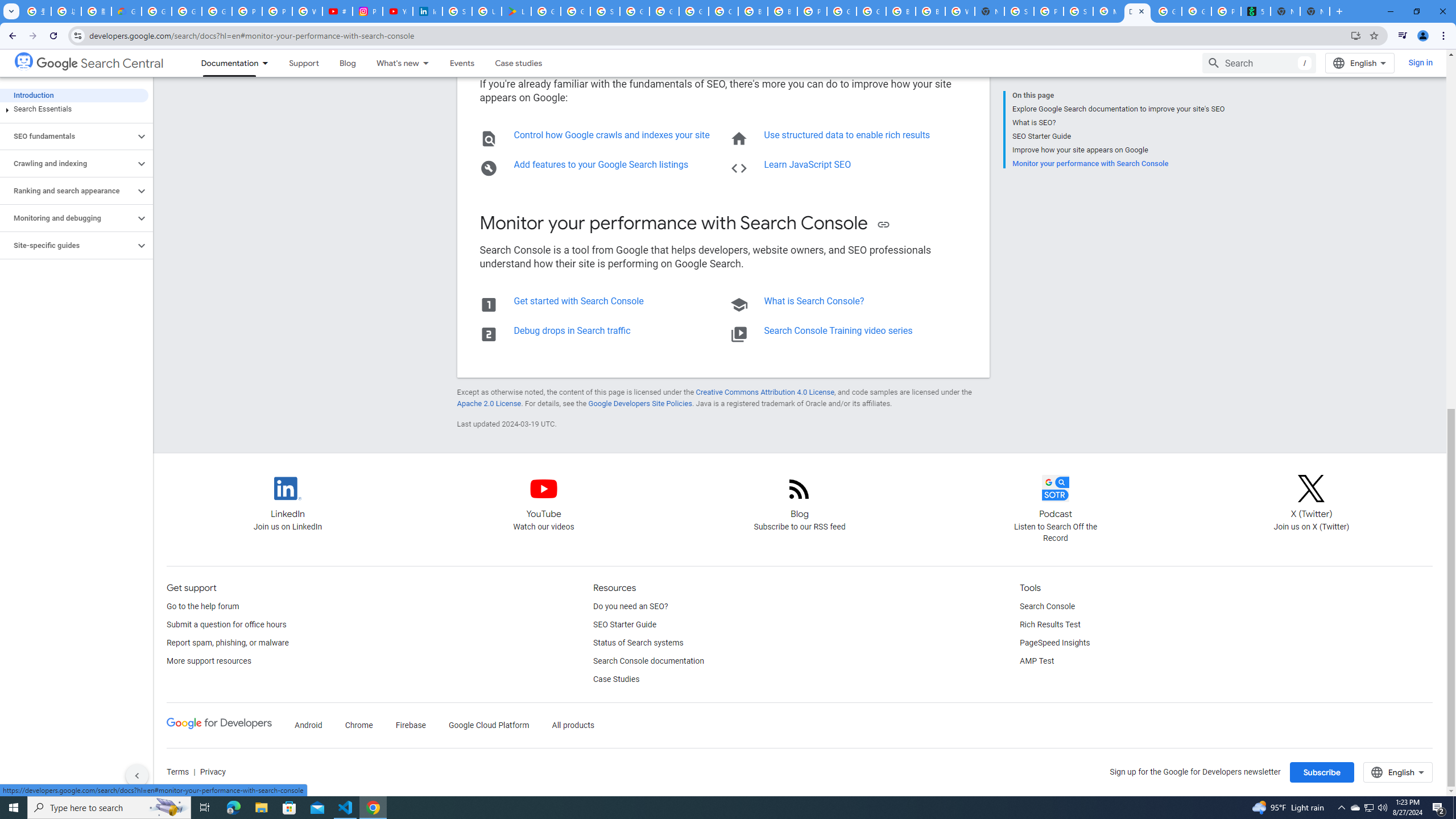 This screenshot has width=1456, height=819. Describe the element at coordinates (226, 624) in the screenshot. I see `'Submit a question for office hours'` at that location.